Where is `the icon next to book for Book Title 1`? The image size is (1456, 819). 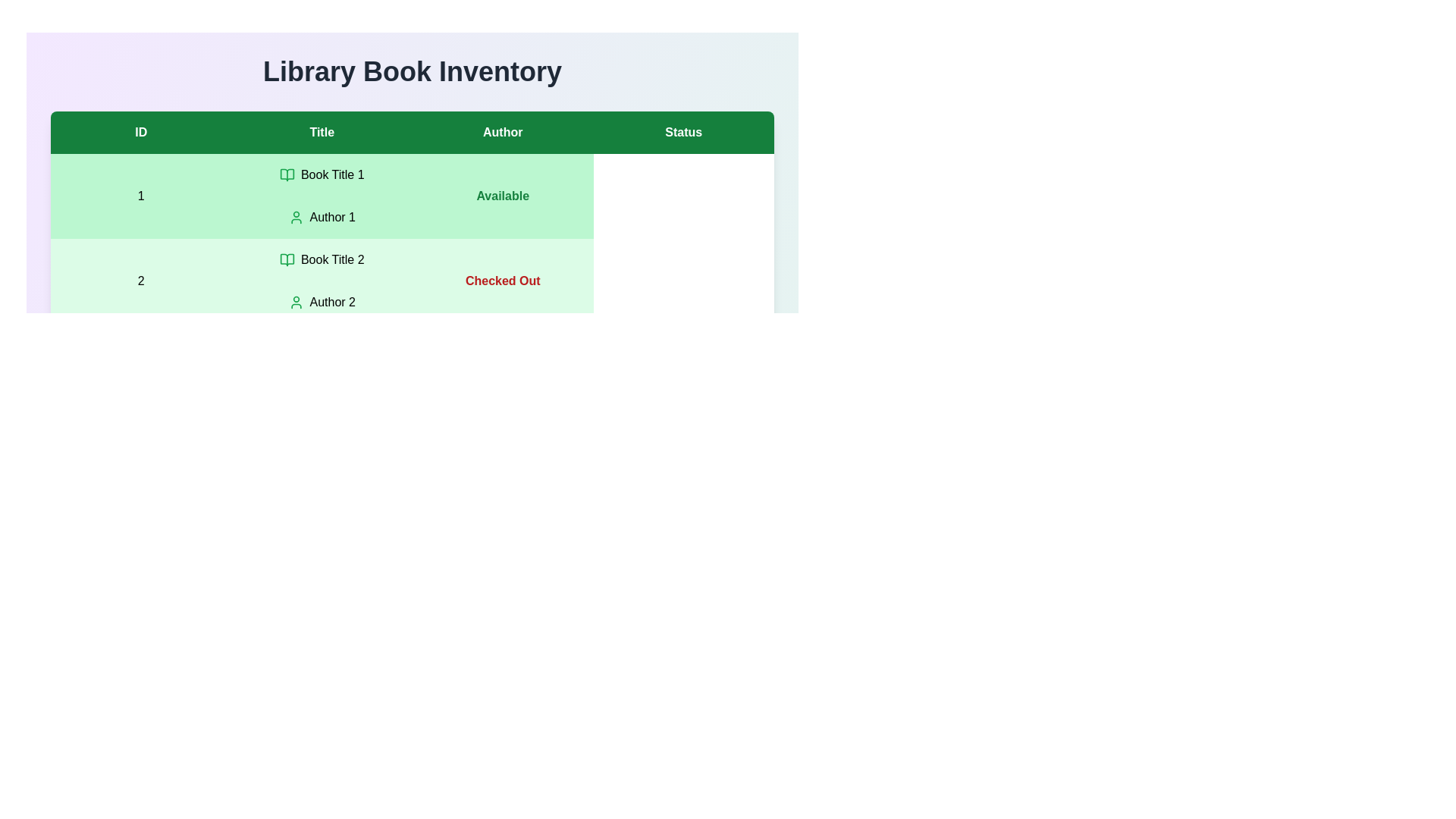
the icon next to book for Book Title 1 is located at coordinates (287, 174).